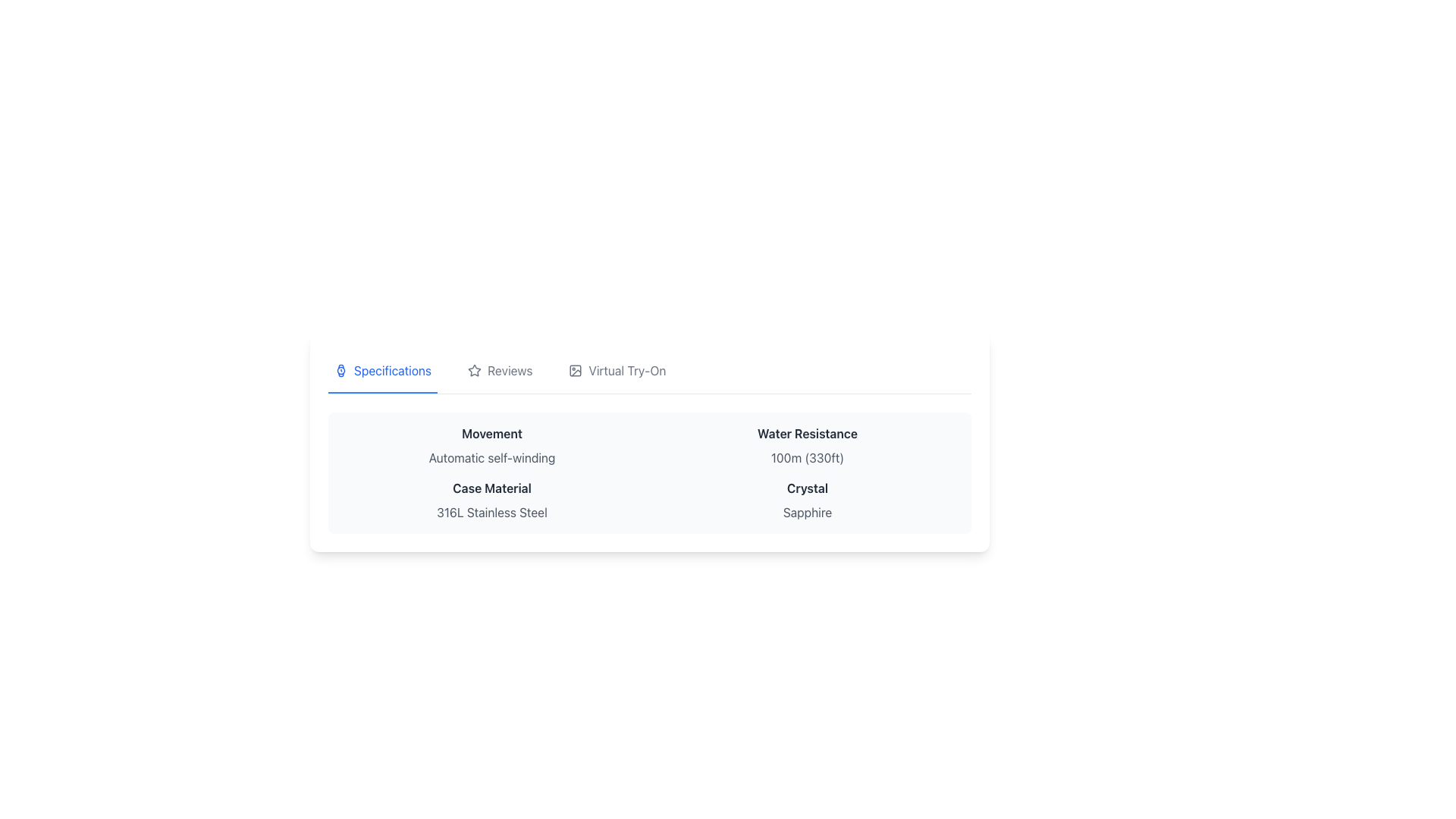 This screenshot has height=819, width=1456. What do you see at coordinates (393, 371) in the screenshot?
I see `the 'Specifications' label in the navigation bar` at bounding box center [393, 371].